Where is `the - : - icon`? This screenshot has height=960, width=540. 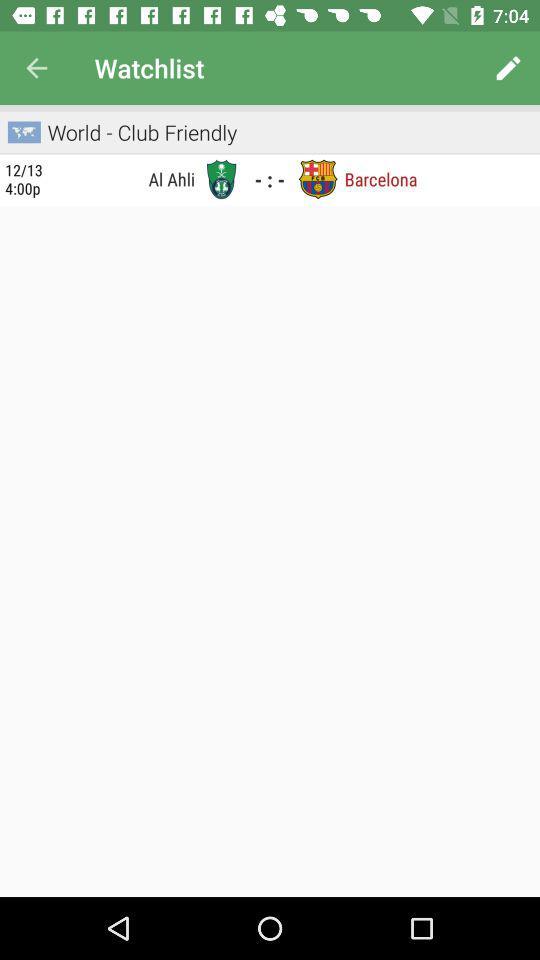 the - : - icon is located at coordinates (269, 178).